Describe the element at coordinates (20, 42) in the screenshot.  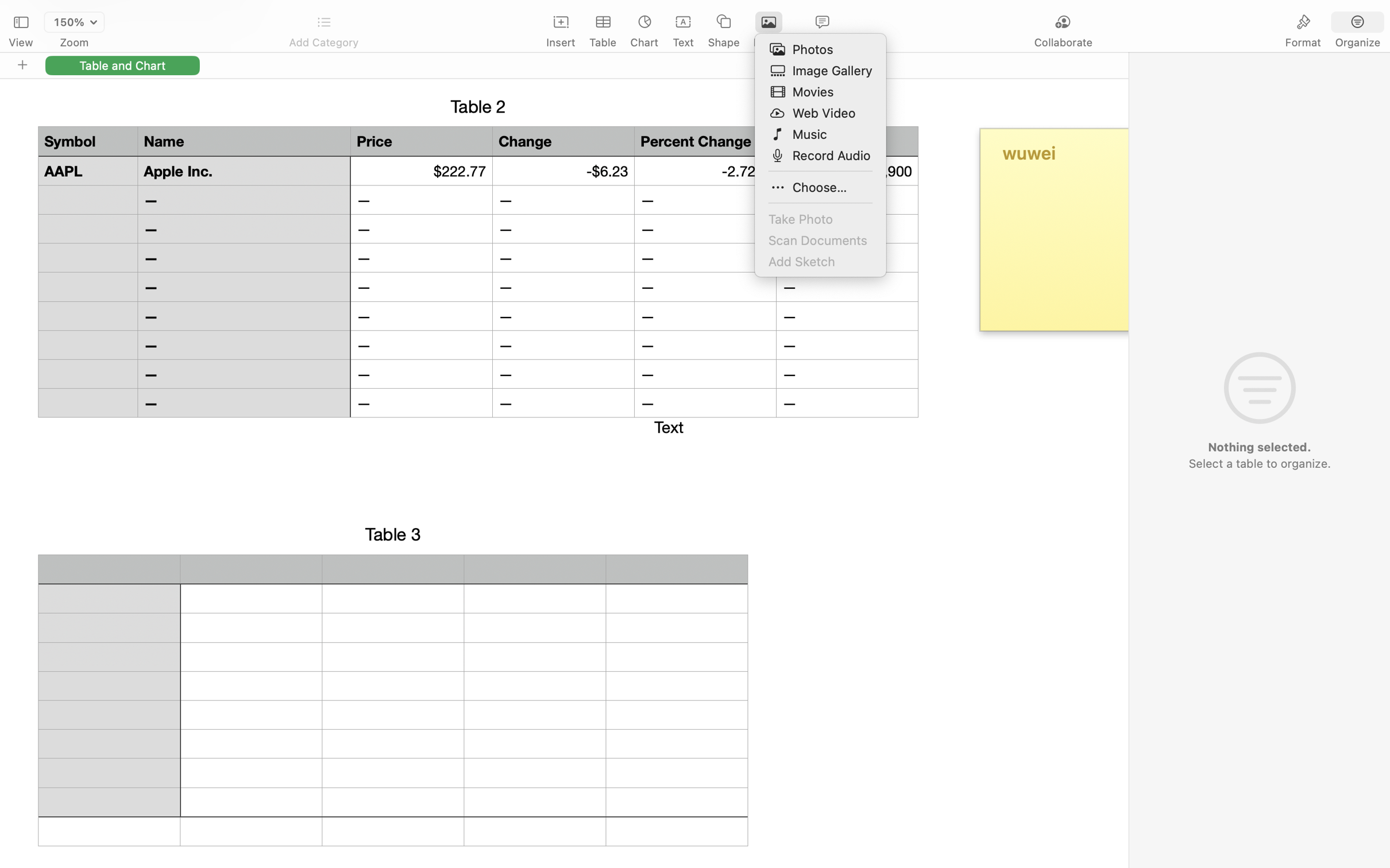
I see `'View'` at that location.